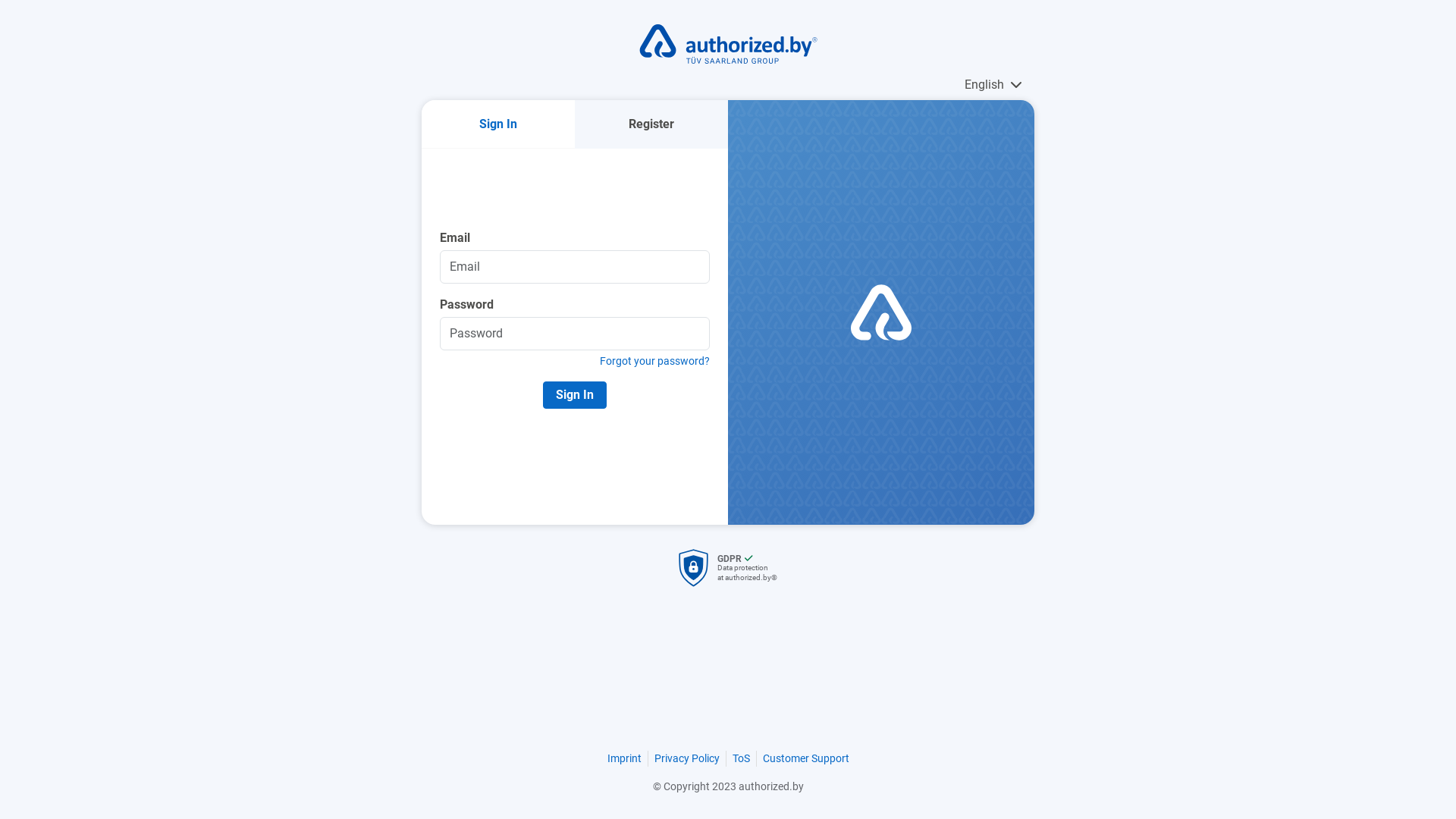  I want to click on 'ToS', so click(741, 758).